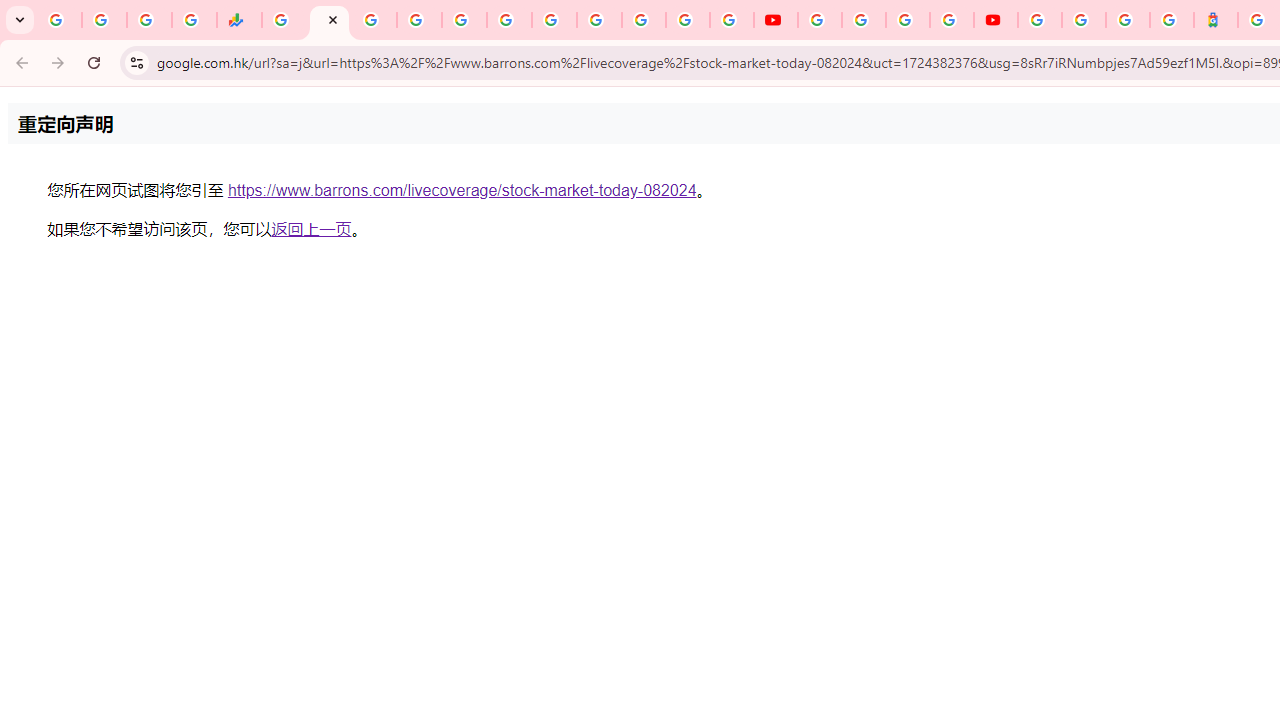  I want to click on 'Google Account Help', so click(864, 20).